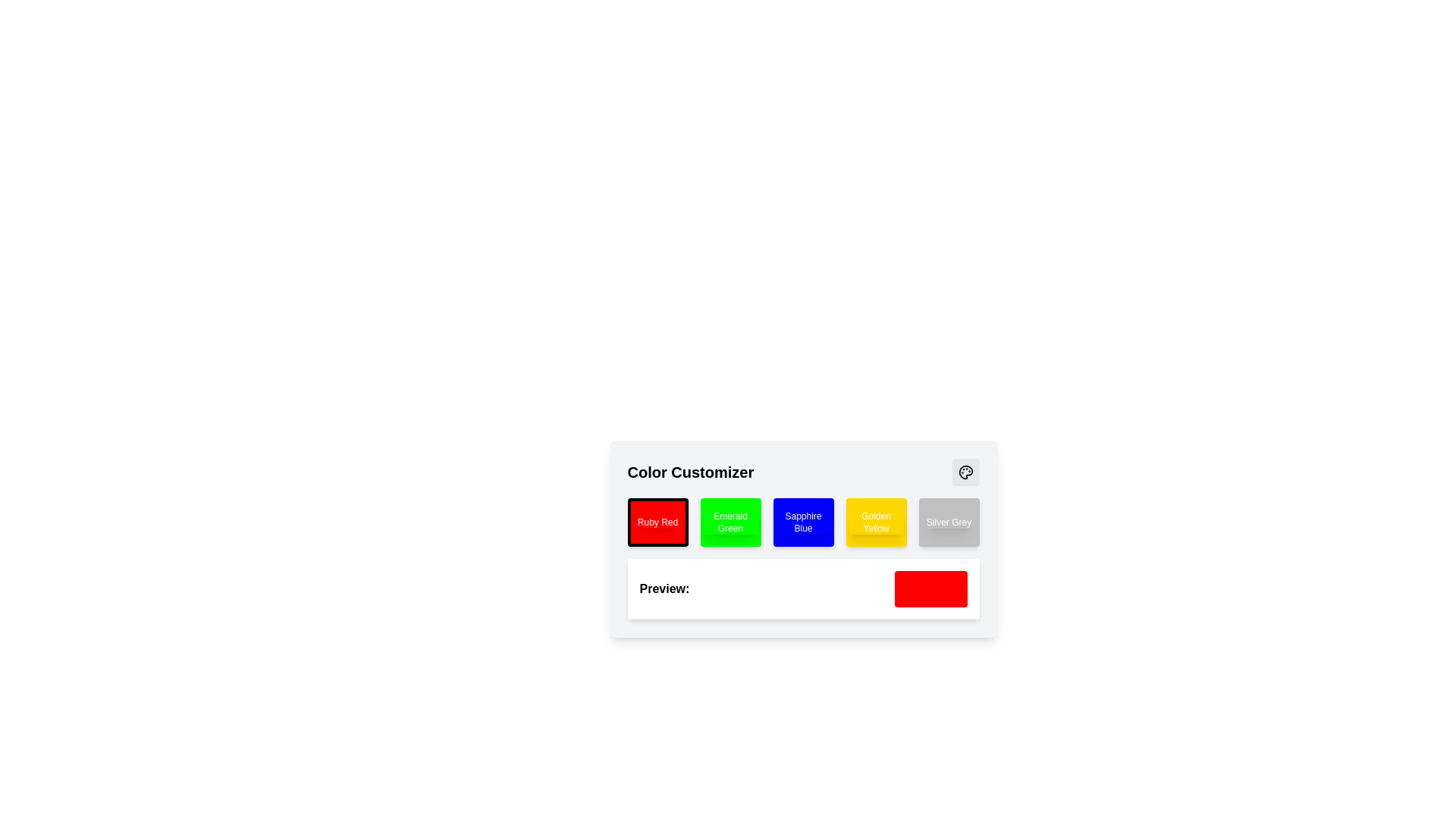  What do you see at coordinates (730, 522) in the screenshot?
I see `the second button in the color selection row labeled 'Emerald Green'` at bounding box center [730, 522].